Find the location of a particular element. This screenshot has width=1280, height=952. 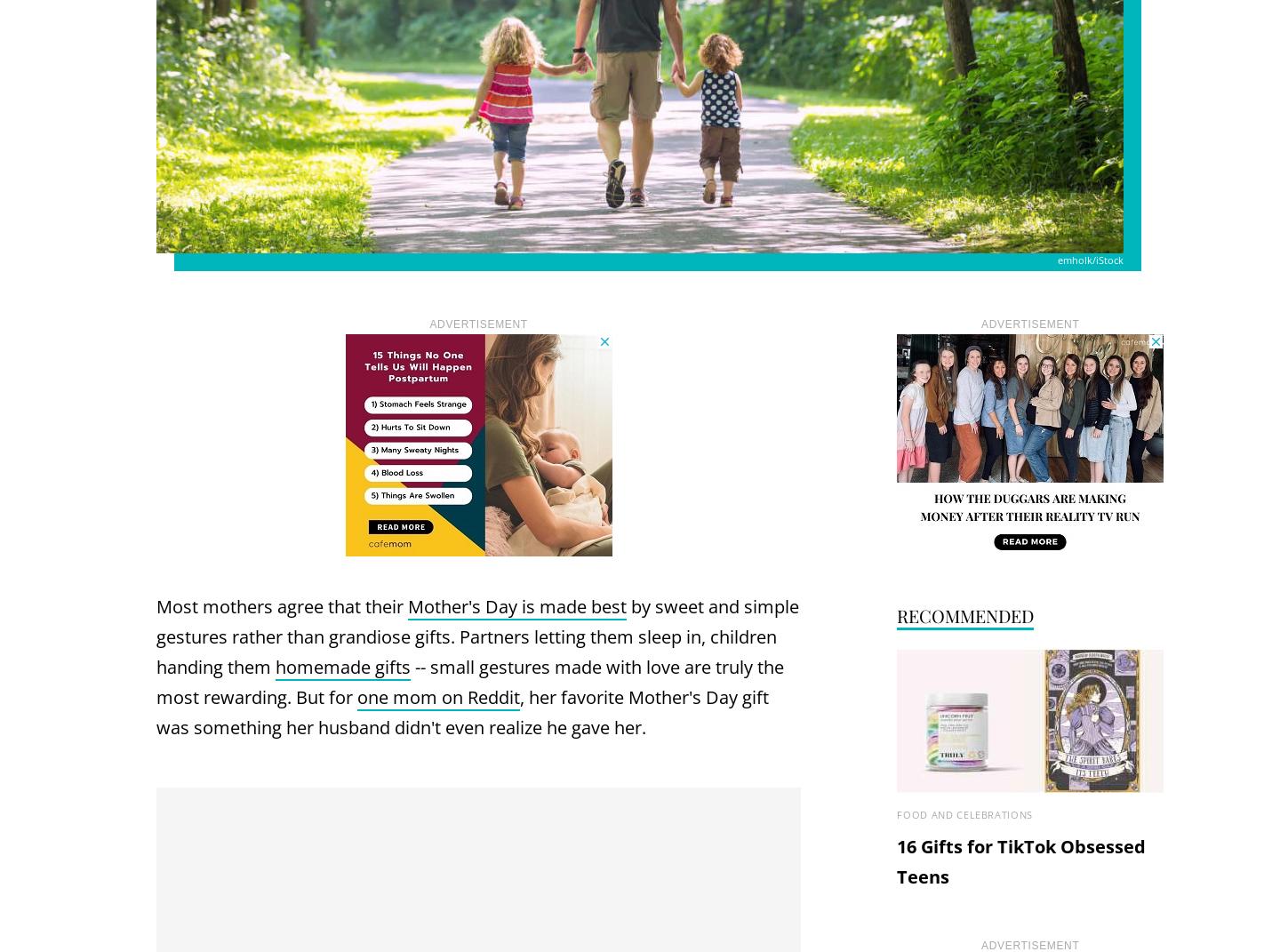

'16 Gifts for TikTok Obsessed Teens' is located at coordinates (1020, 860).